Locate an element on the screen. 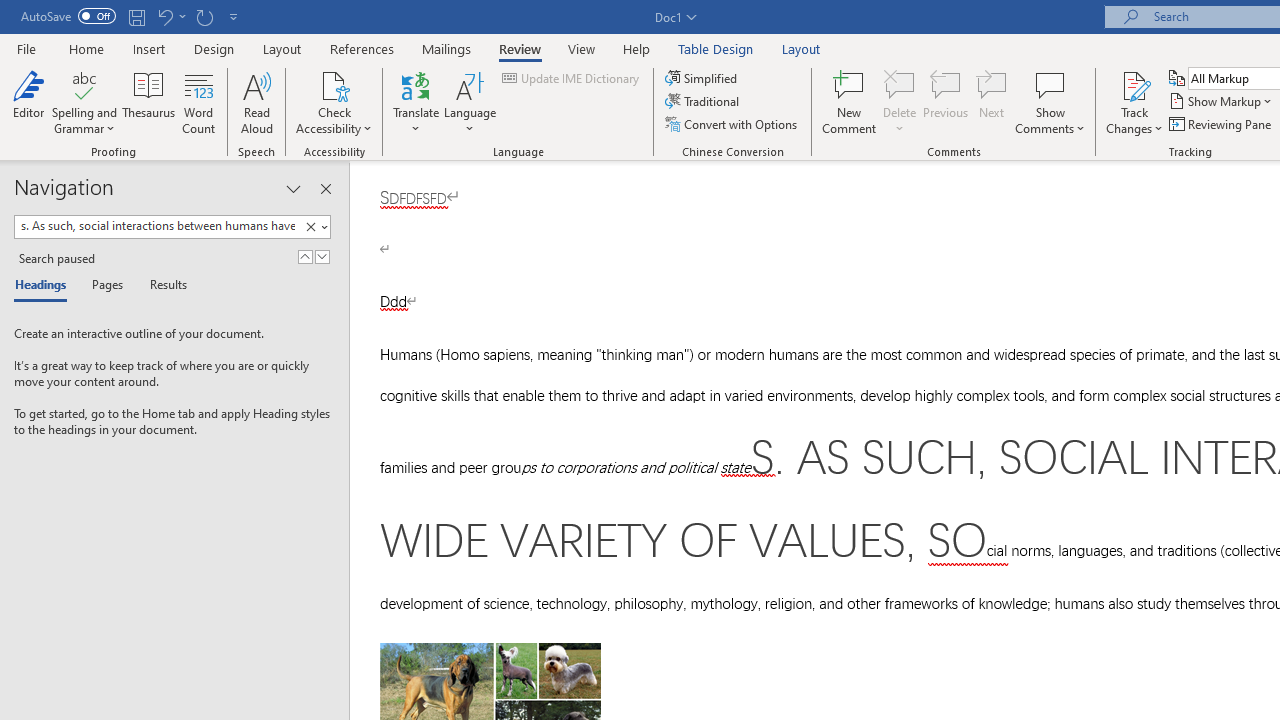 Image resolution: width=1280 pixels, height=720 pixels. 'Language' is located at coordinates (469, 103).